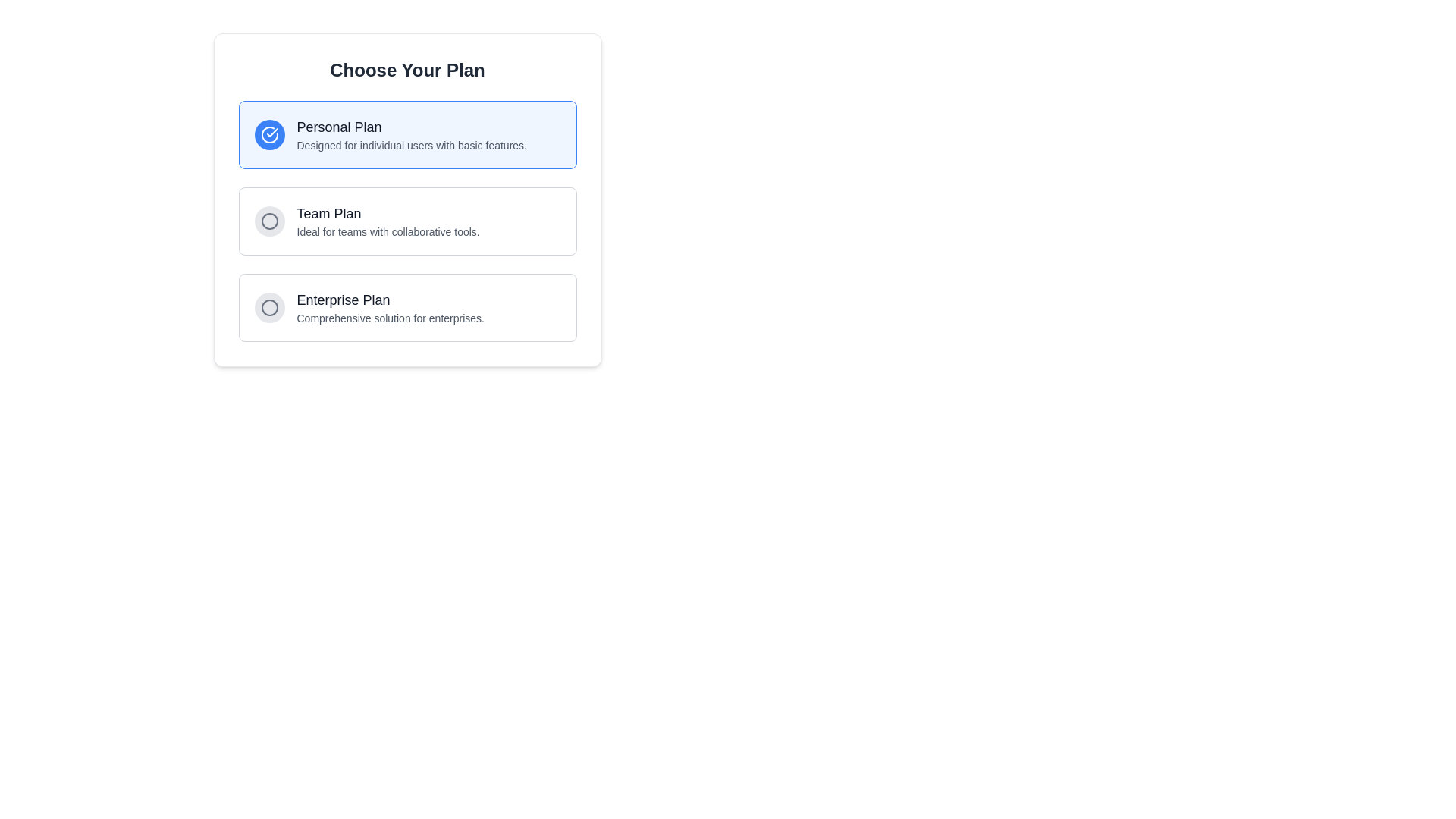 This screenshot has width=1456, height=819. What do you see at coordinates (407, 221) in the screenshot?
I see `the 'Team Plan' selection card, which is the middle card in a vertically stacked list, to confirm selection` at bounding box center [407, 221].